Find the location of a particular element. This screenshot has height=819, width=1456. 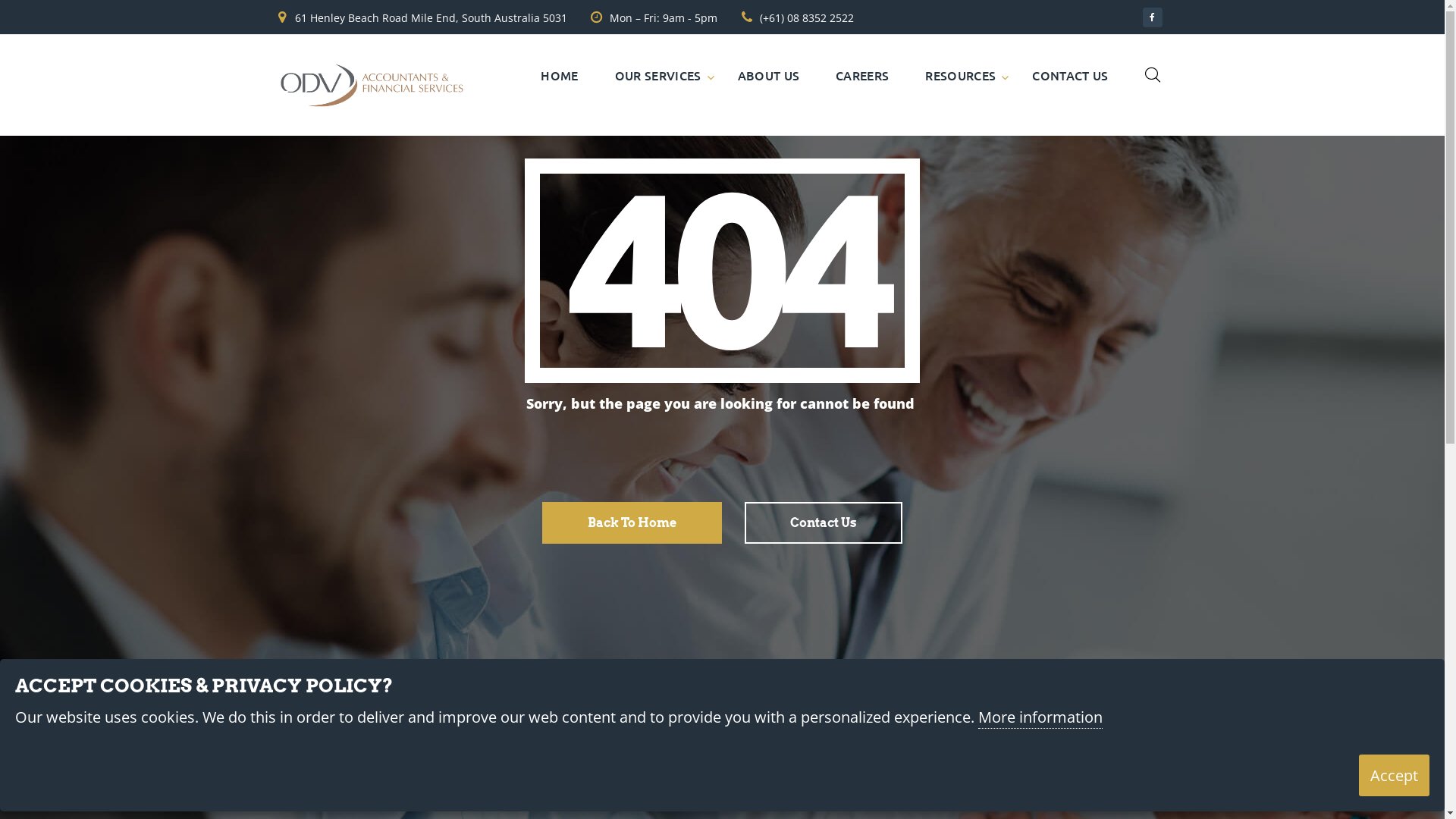

'HOME' is located at coordinates (558, 75).